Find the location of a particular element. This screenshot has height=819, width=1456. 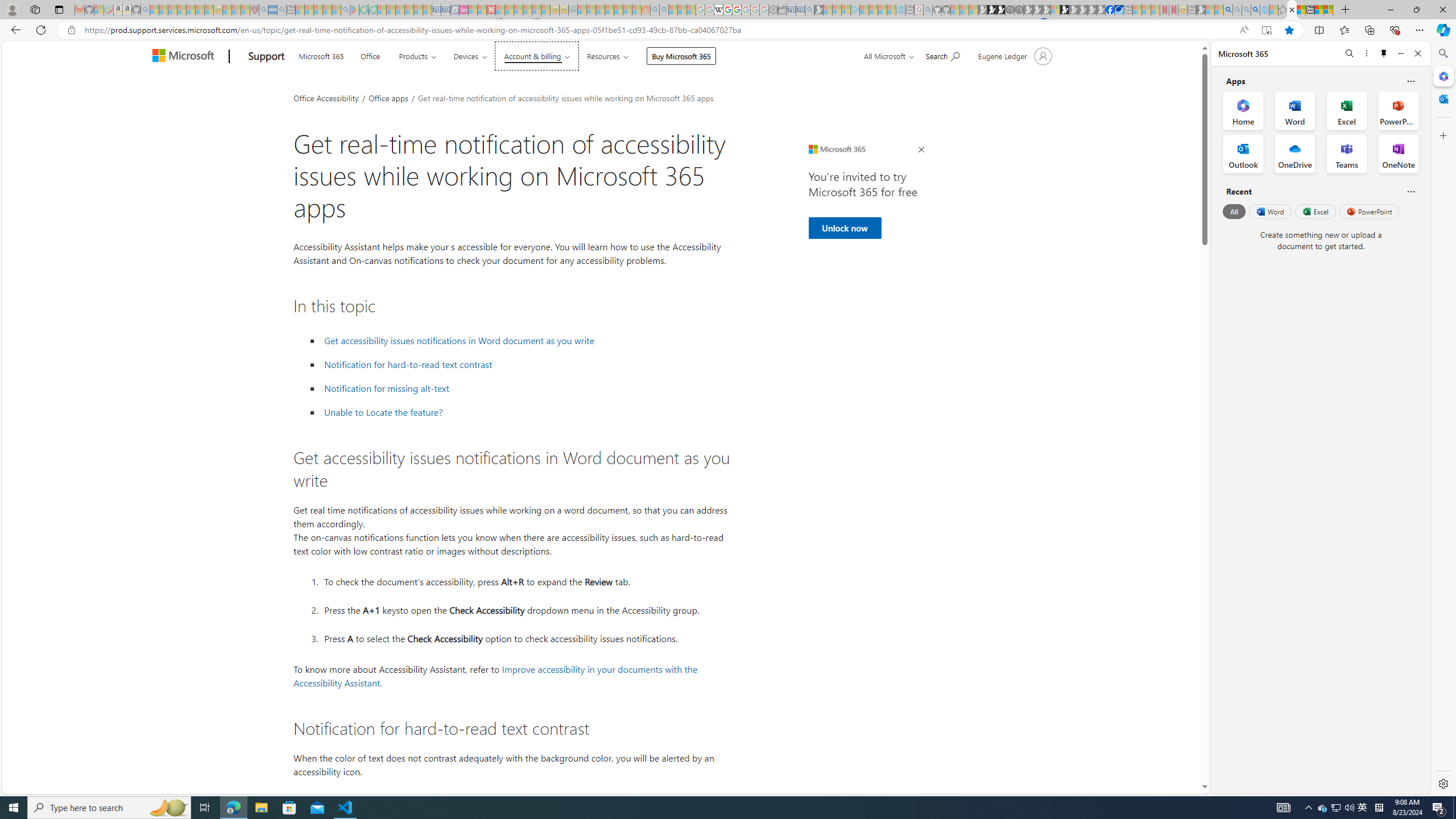

'Excel Office App' is located at coordinates (1347, 111).